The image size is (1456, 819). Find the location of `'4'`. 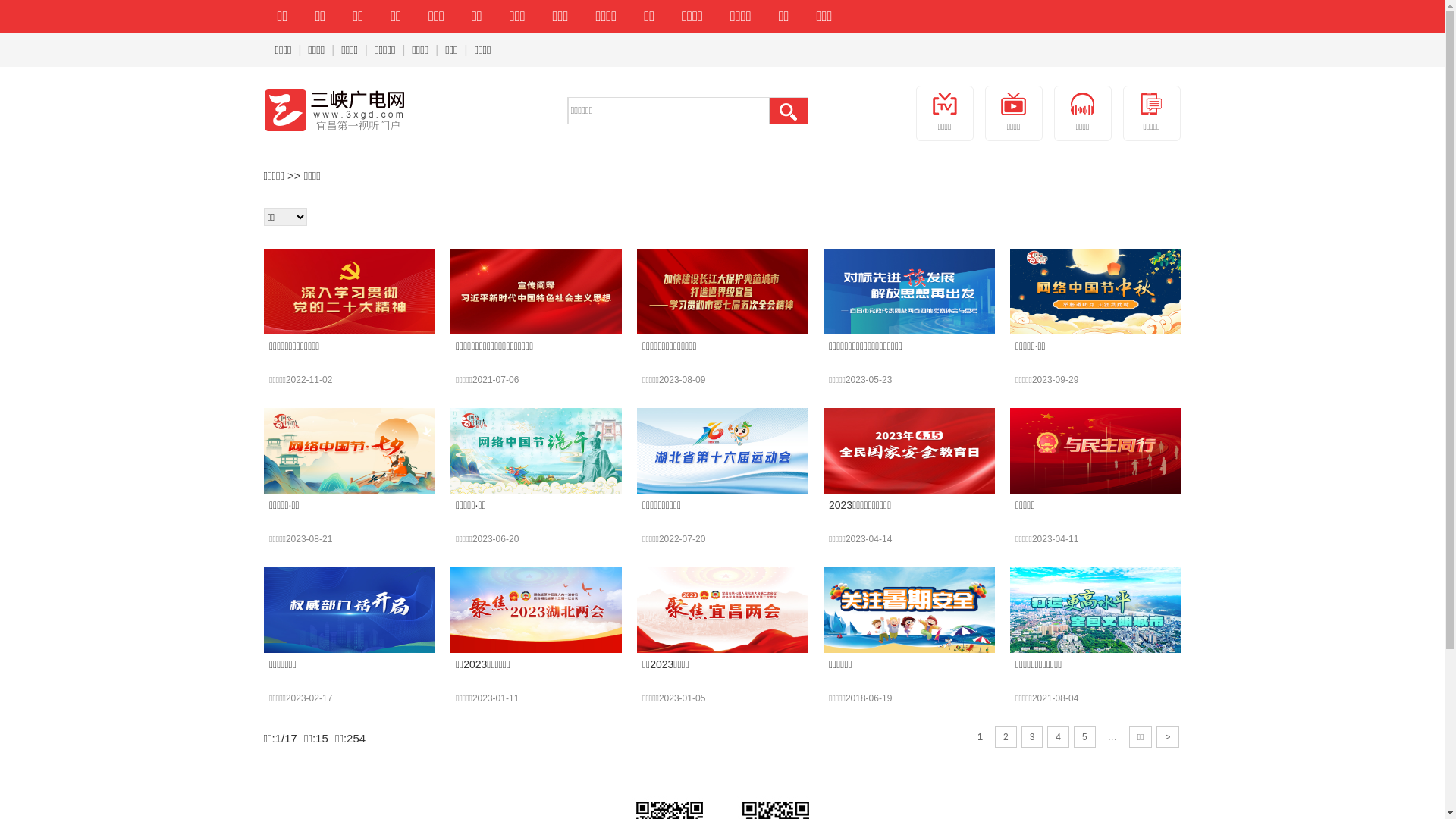

'4' is located at coordinates (1057, 736).